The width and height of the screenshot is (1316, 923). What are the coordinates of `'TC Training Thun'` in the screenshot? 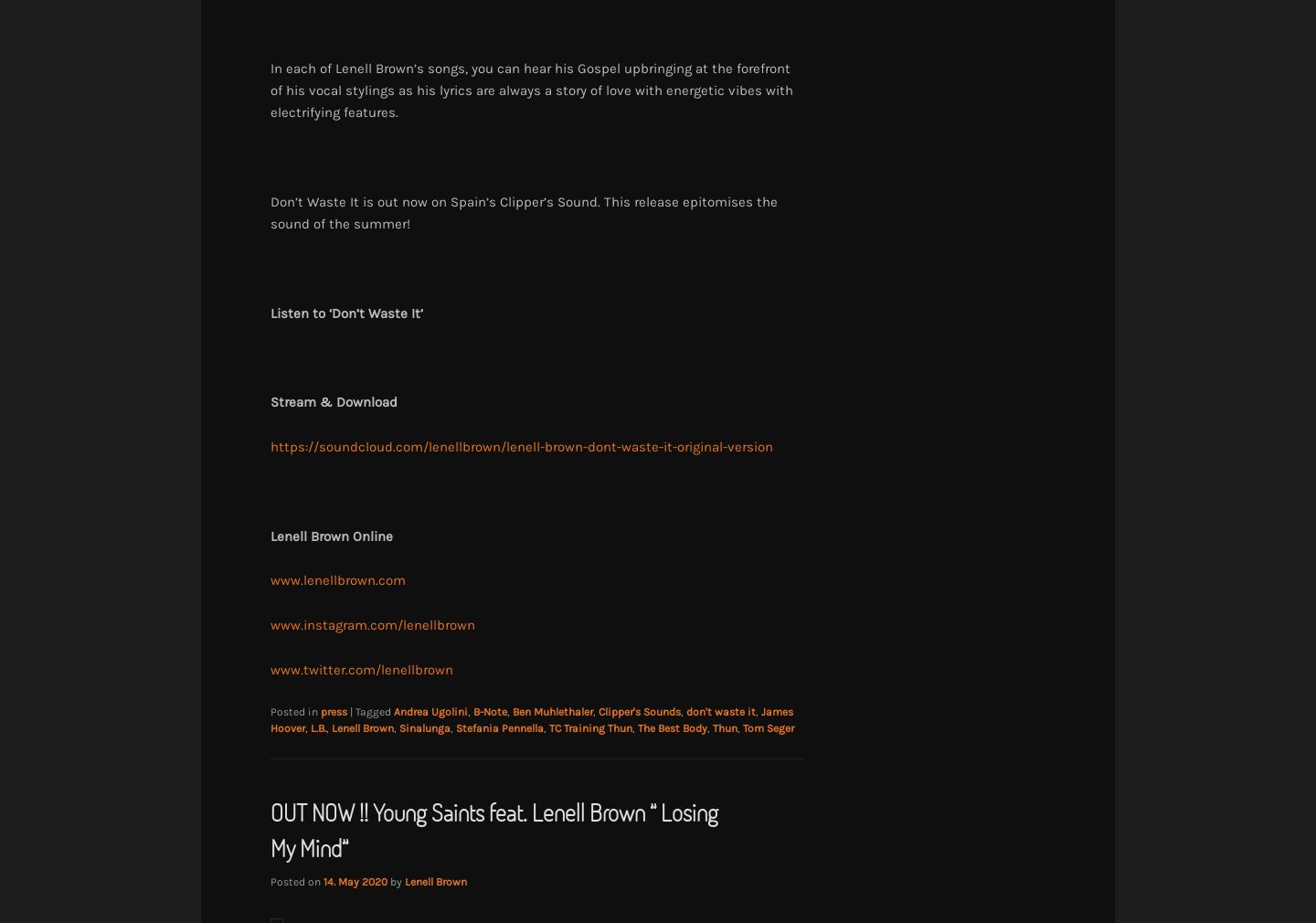 It's located at (548, 727).